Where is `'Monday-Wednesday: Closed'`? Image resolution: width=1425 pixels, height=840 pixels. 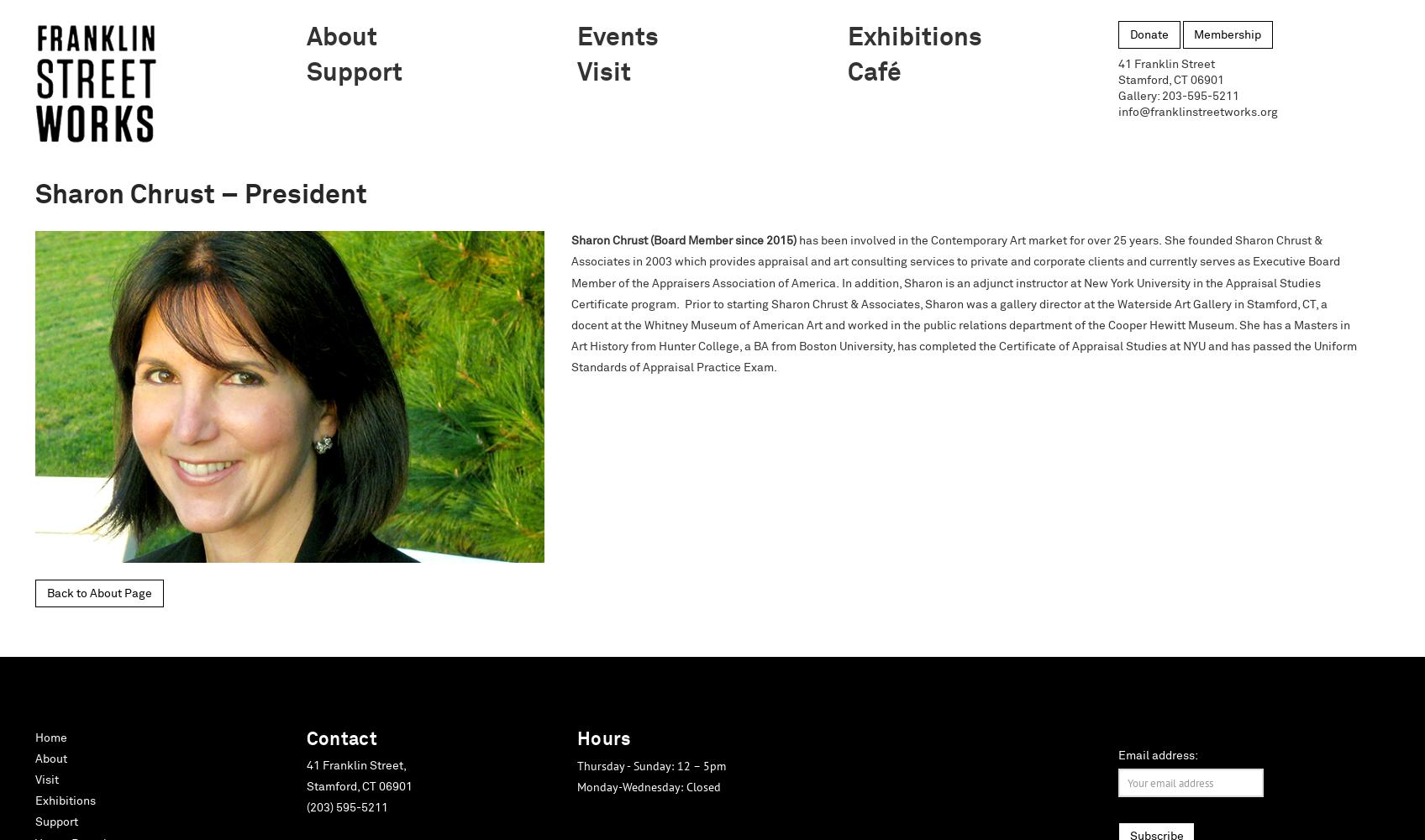 'Monday-Wednesday: Closed' is located at coordinates (648, 786).